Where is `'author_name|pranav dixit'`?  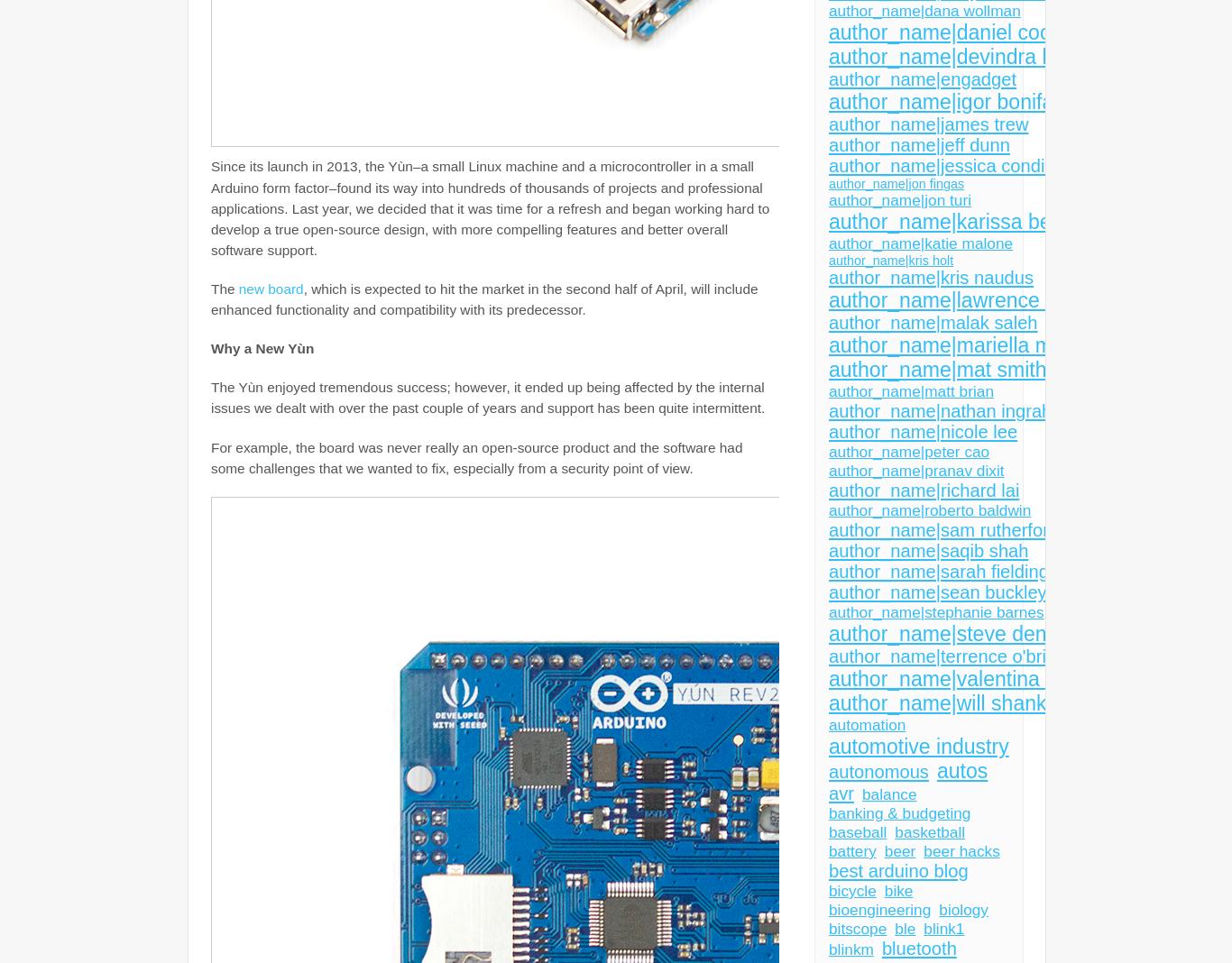
'author_name|pranav dixit' is located at coordinates (916, 471).